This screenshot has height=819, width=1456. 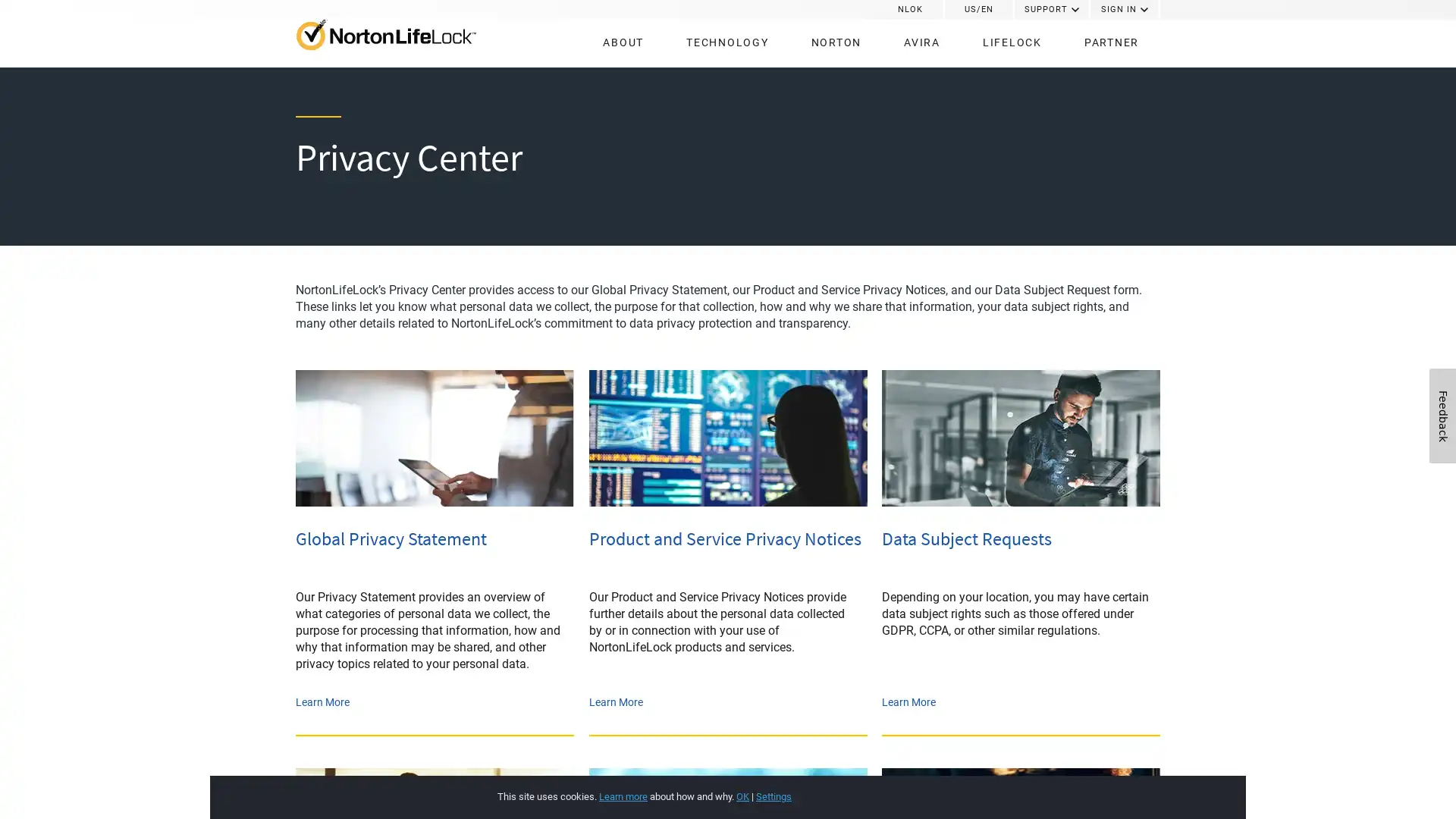 I want to click on Close consent Widget, so click(x=1125, y=780).